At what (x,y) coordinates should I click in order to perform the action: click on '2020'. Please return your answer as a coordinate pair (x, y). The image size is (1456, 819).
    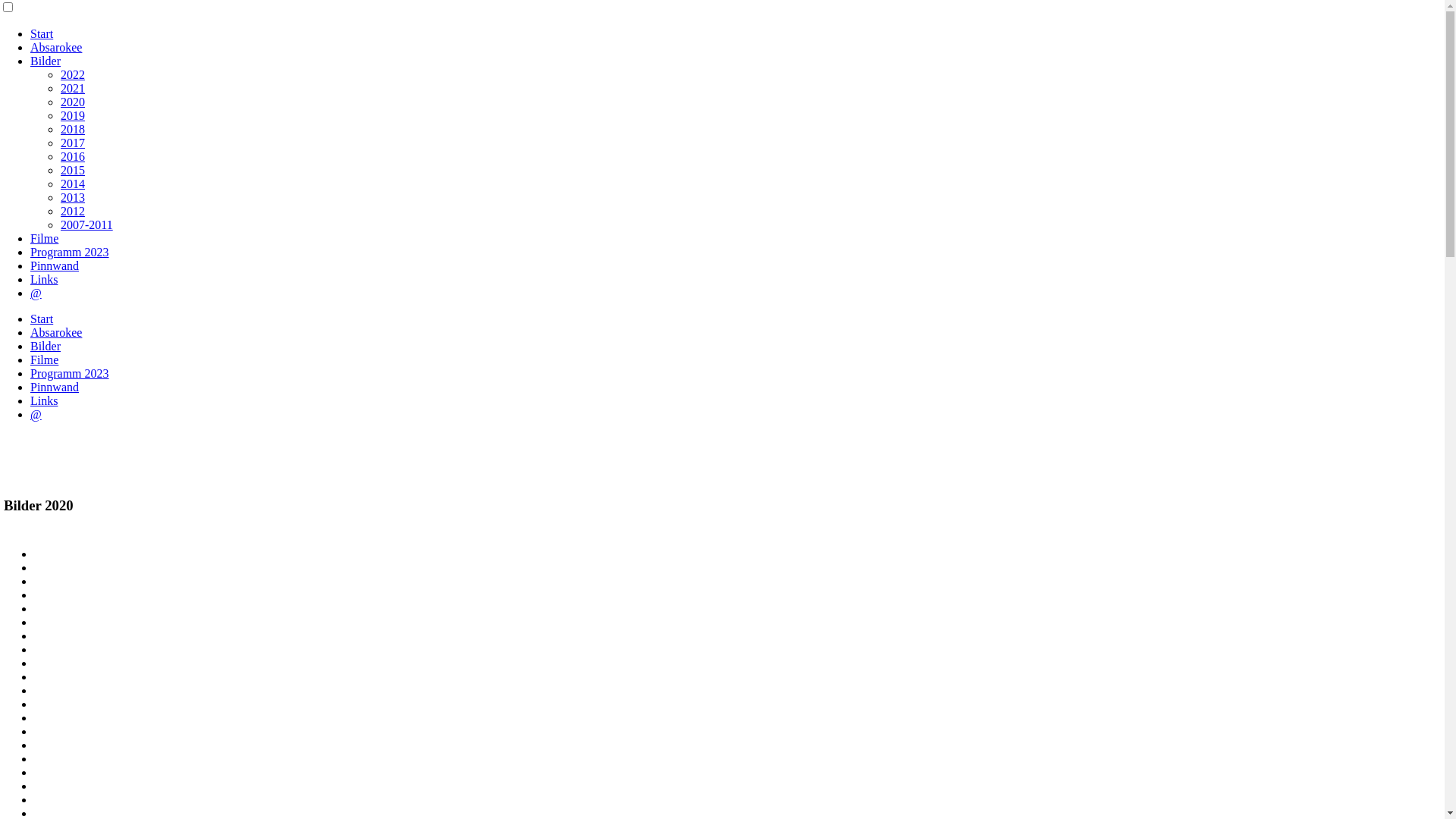
    Looking at the image, I should click on (72, 102).